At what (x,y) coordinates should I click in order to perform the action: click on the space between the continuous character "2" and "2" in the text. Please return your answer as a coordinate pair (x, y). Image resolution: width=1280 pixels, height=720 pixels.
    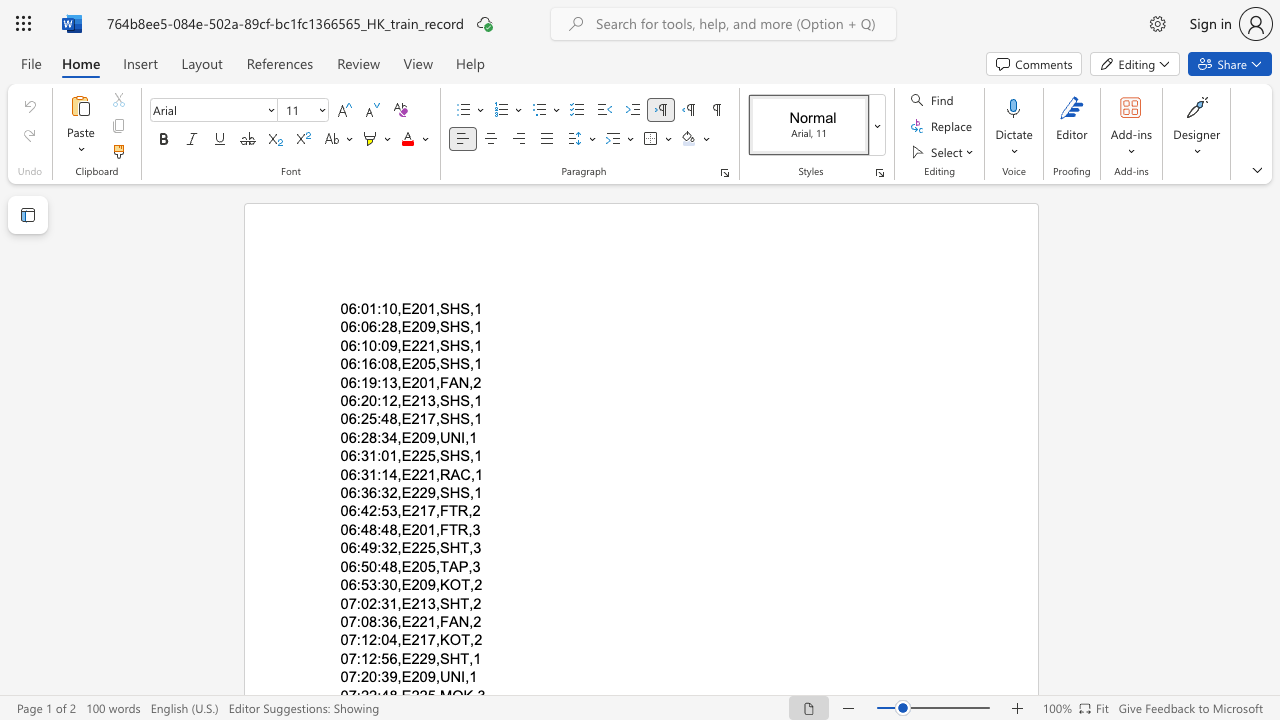
    Looking at the image, I should click on (418, 658).